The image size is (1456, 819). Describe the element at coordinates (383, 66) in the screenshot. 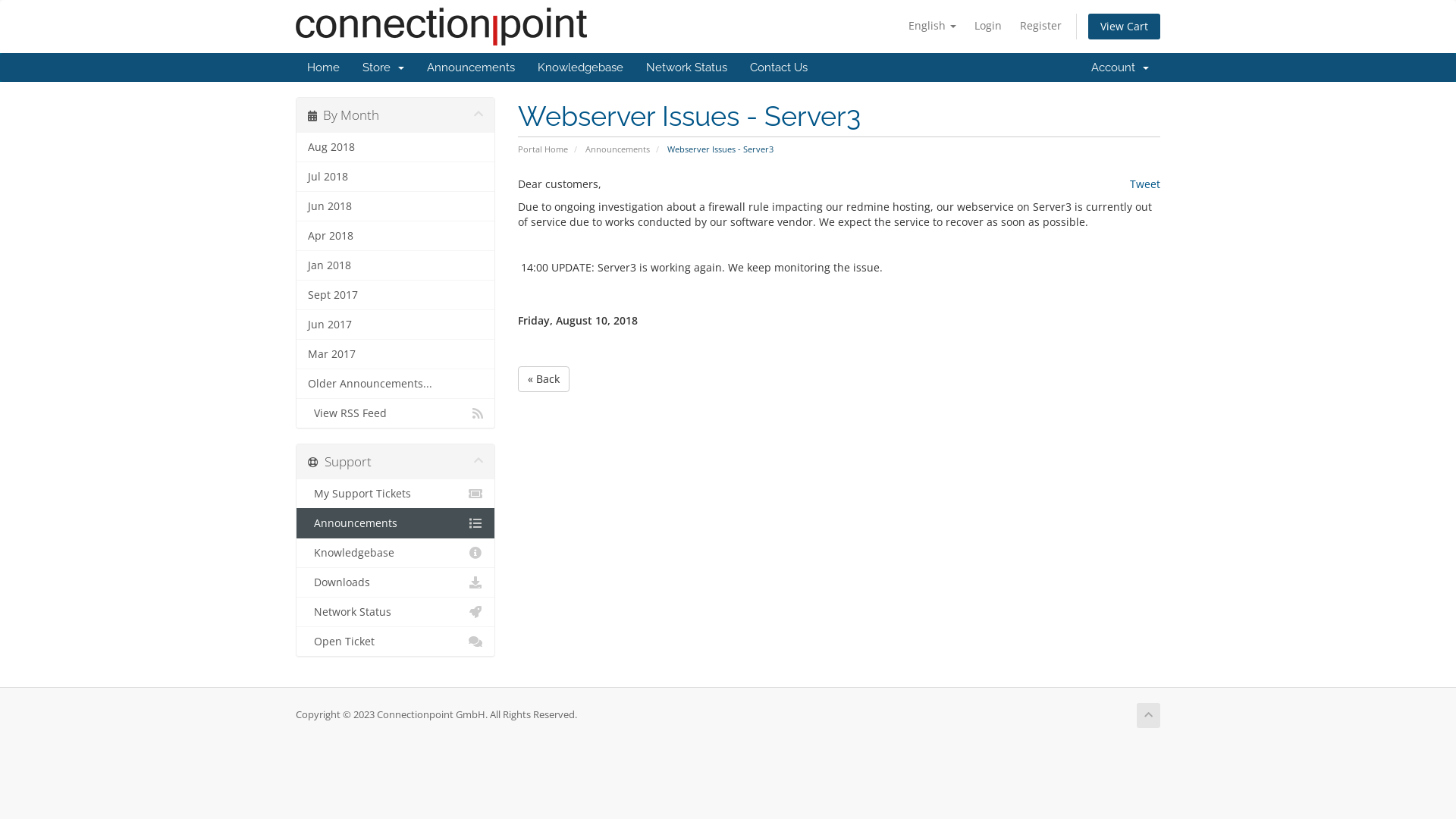

I see `'Store  '` at that location.